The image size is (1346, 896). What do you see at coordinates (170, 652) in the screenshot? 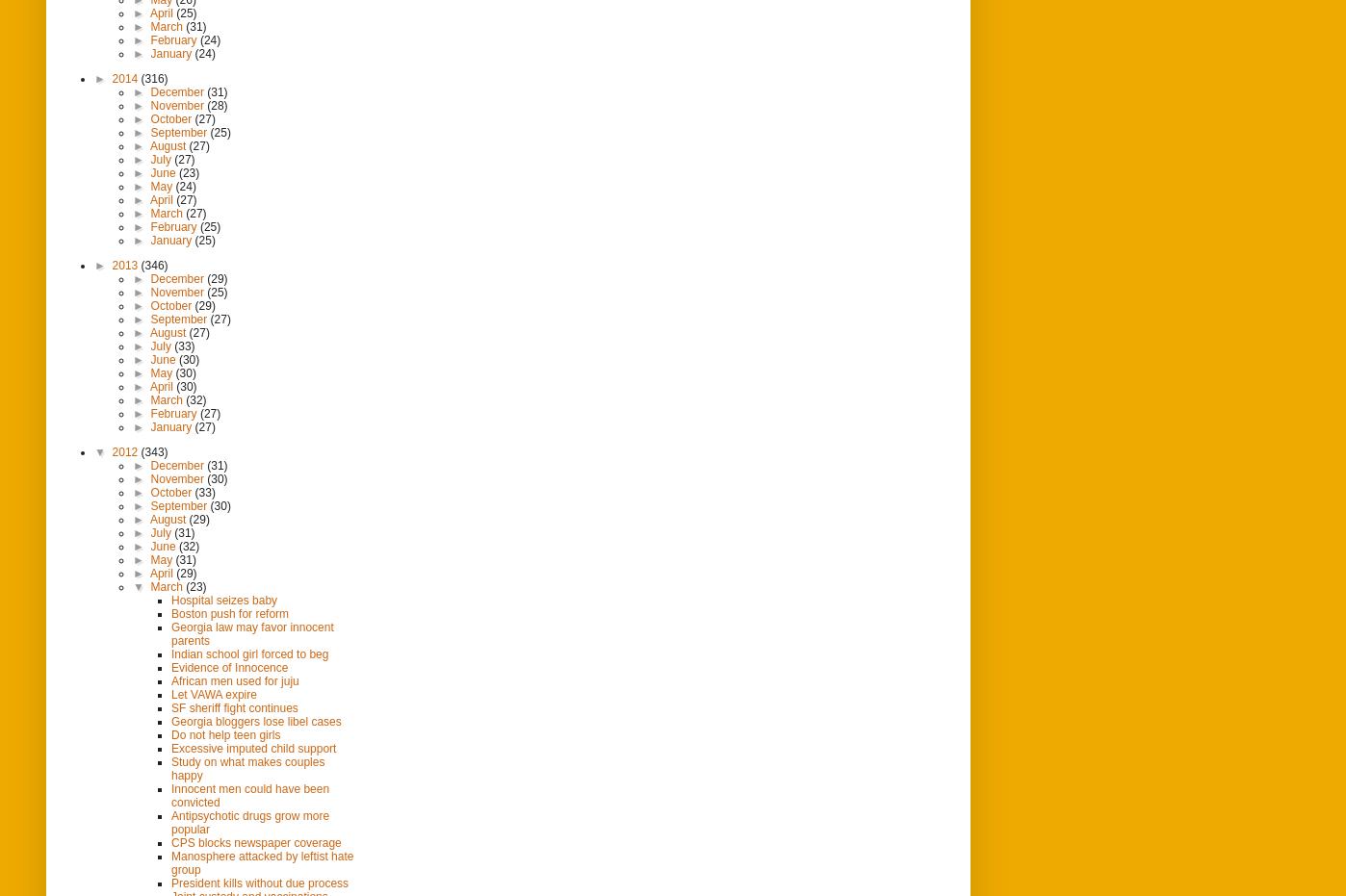
I see `'Indian school girl forced to beg'` at bounding box center [170, 652].